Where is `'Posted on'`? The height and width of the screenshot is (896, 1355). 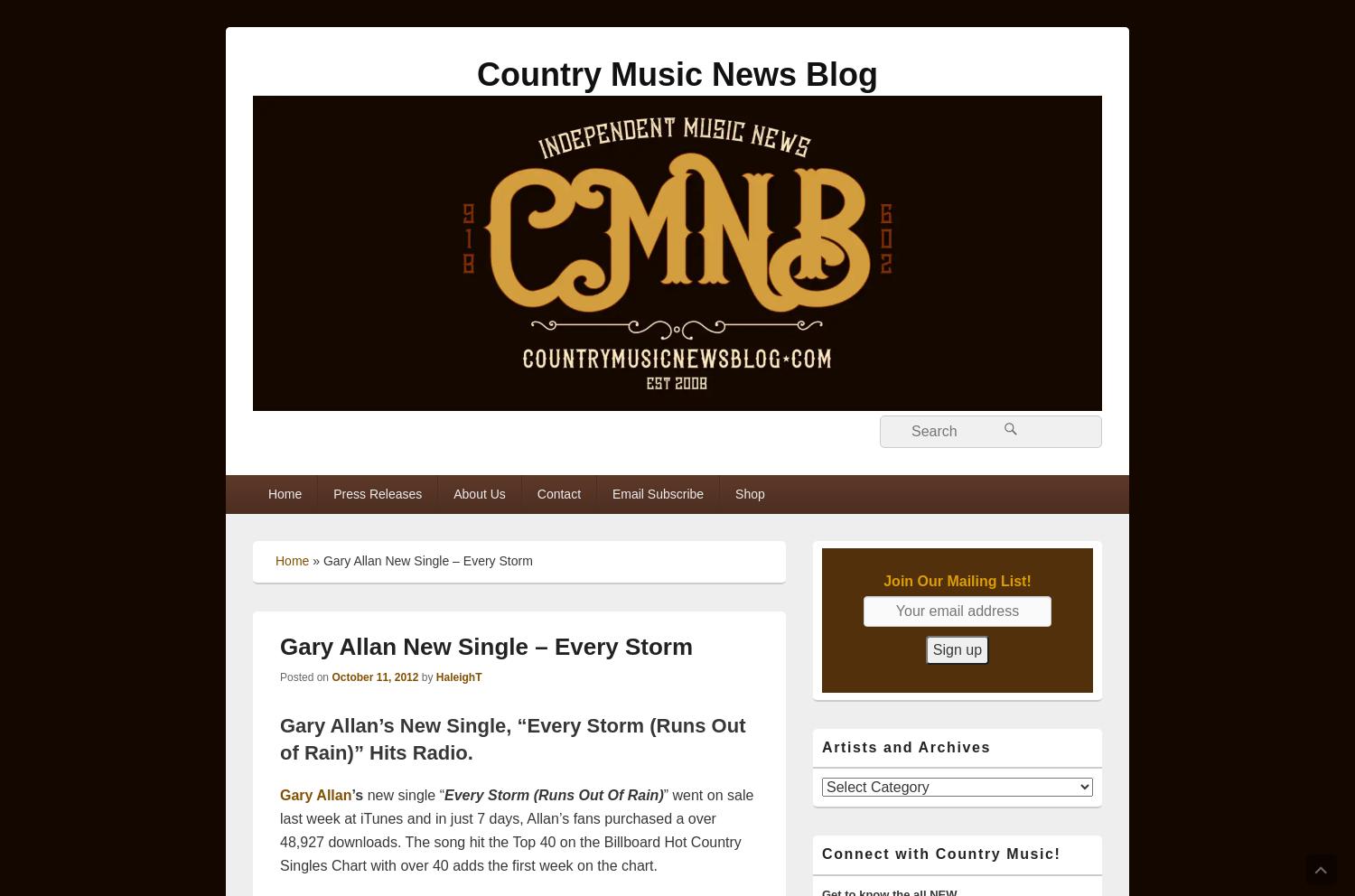
'Posted on' is located at coordinates (304, 675).